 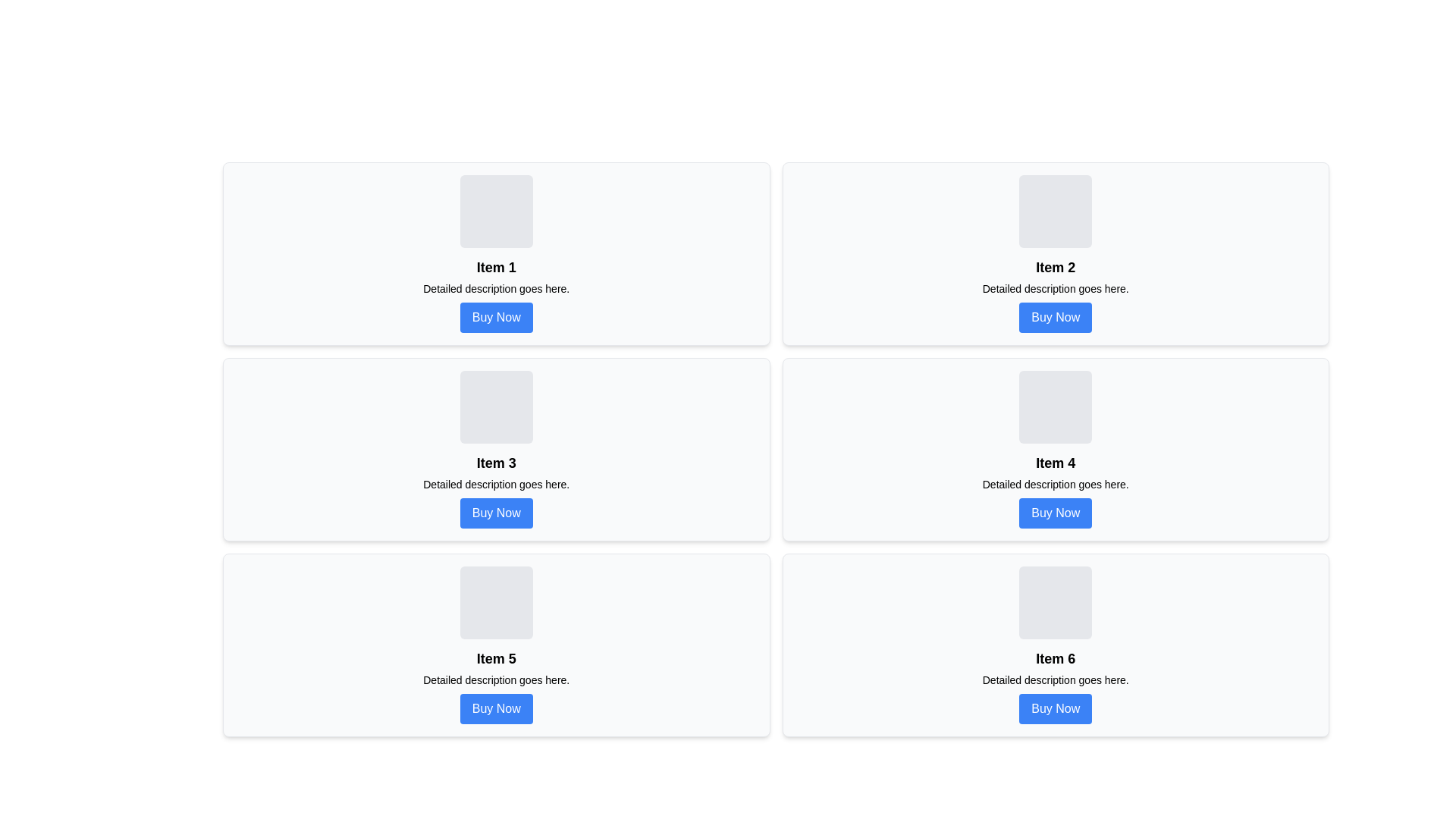 I want to click on the descriptive text label located below the title 'Item 1' and above the 'Buy Now' button within the card layout, so click(x=496, y=289).